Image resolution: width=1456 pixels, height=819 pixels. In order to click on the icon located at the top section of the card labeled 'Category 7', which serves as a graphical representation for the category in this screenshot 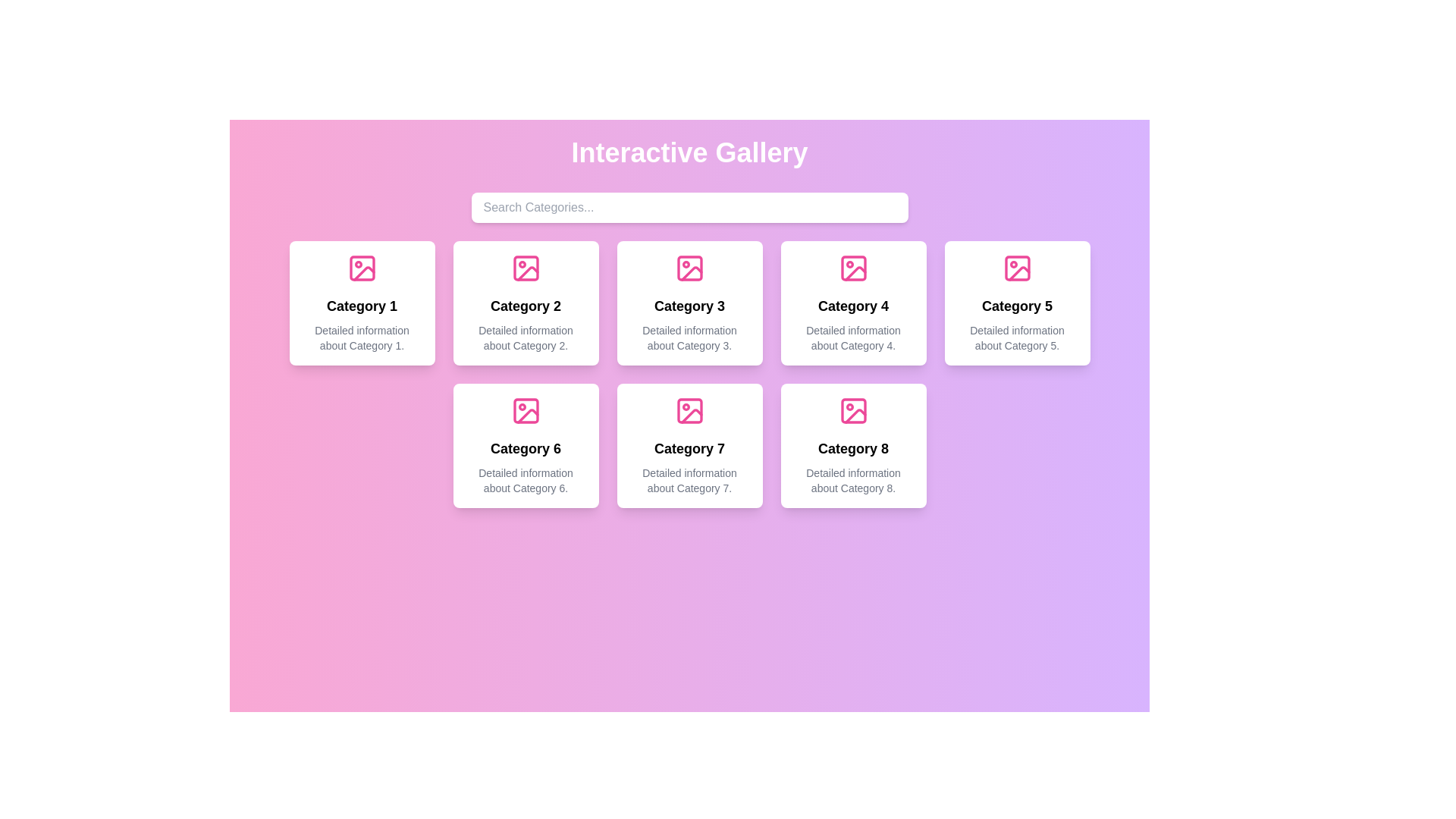, I will do `click(689, 411)`.